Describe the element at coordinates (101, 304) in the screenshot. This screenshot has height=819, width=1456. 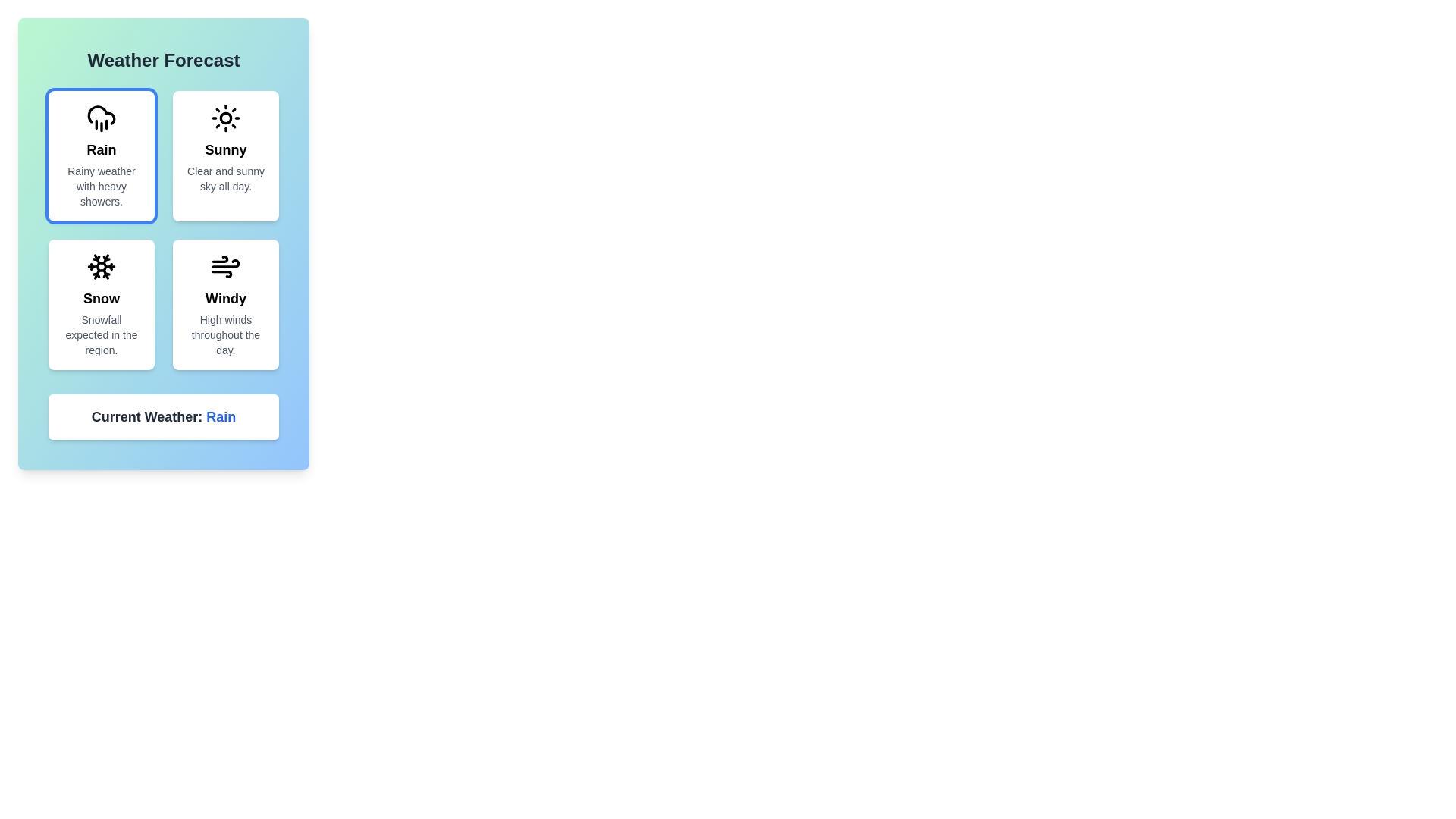
I see `the interactive card titled 'Snow' with a snowflake icon, which describes 'Snowfall expected in the region.'` at that location.